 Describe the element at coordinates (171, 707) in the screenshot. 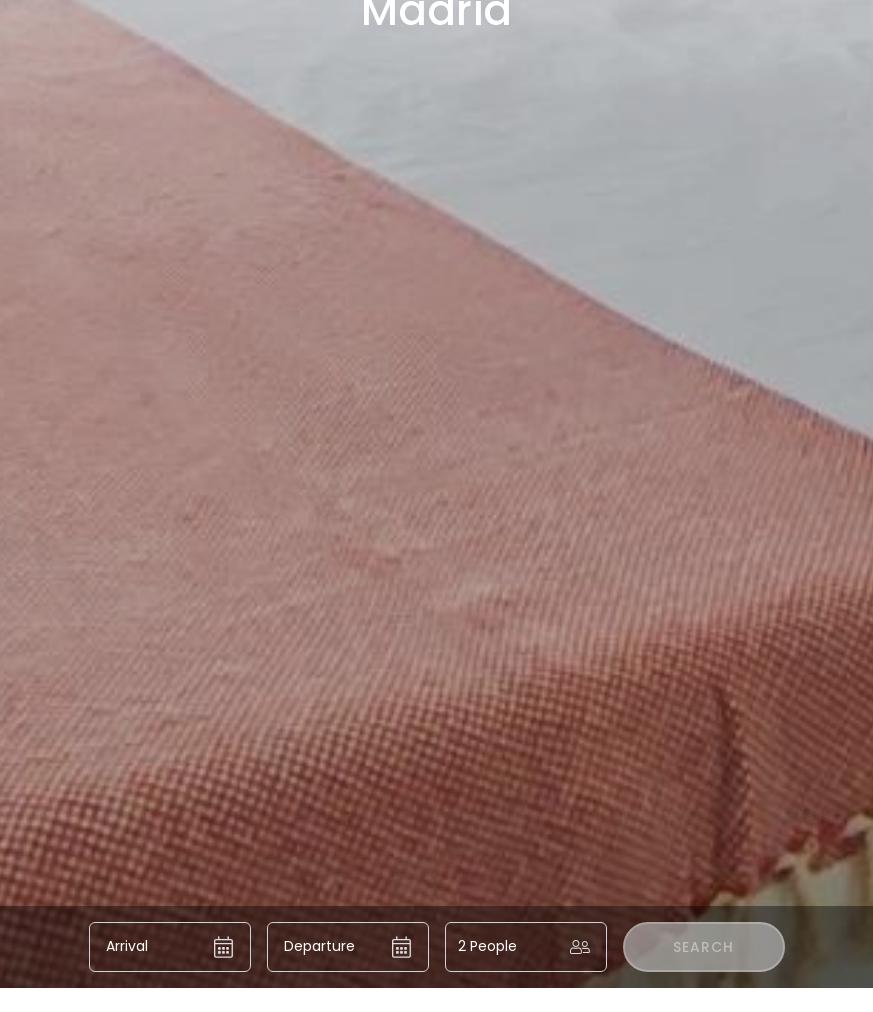

I see `'More information'` at that location.